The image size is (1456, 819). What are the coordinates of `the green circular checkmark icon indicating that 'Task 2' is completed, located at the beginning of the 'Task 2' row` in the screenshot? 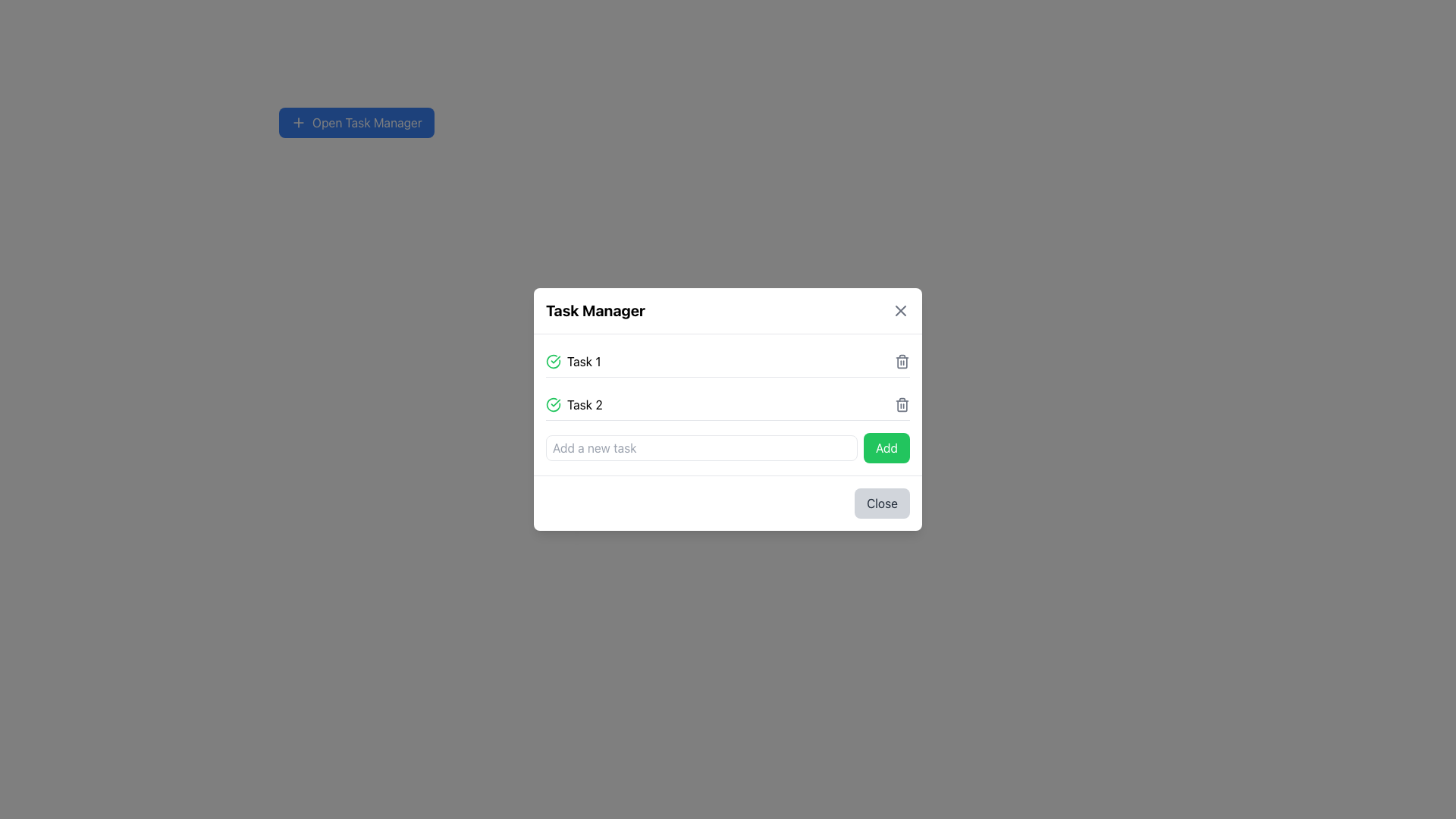 It's located at (552, 403).